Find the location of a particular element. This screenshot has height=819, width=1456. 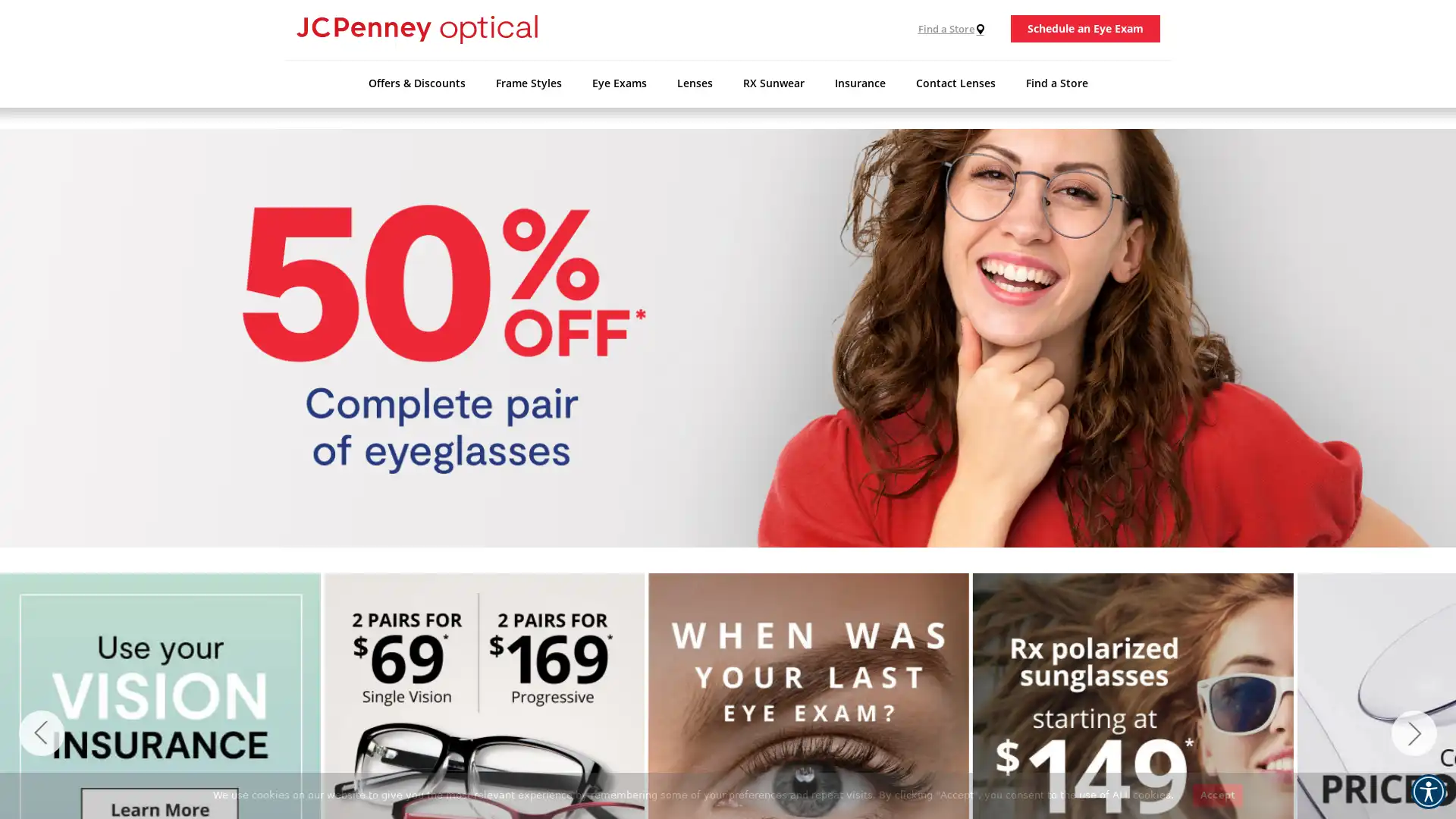

prev is located at coordinates (41, 733).